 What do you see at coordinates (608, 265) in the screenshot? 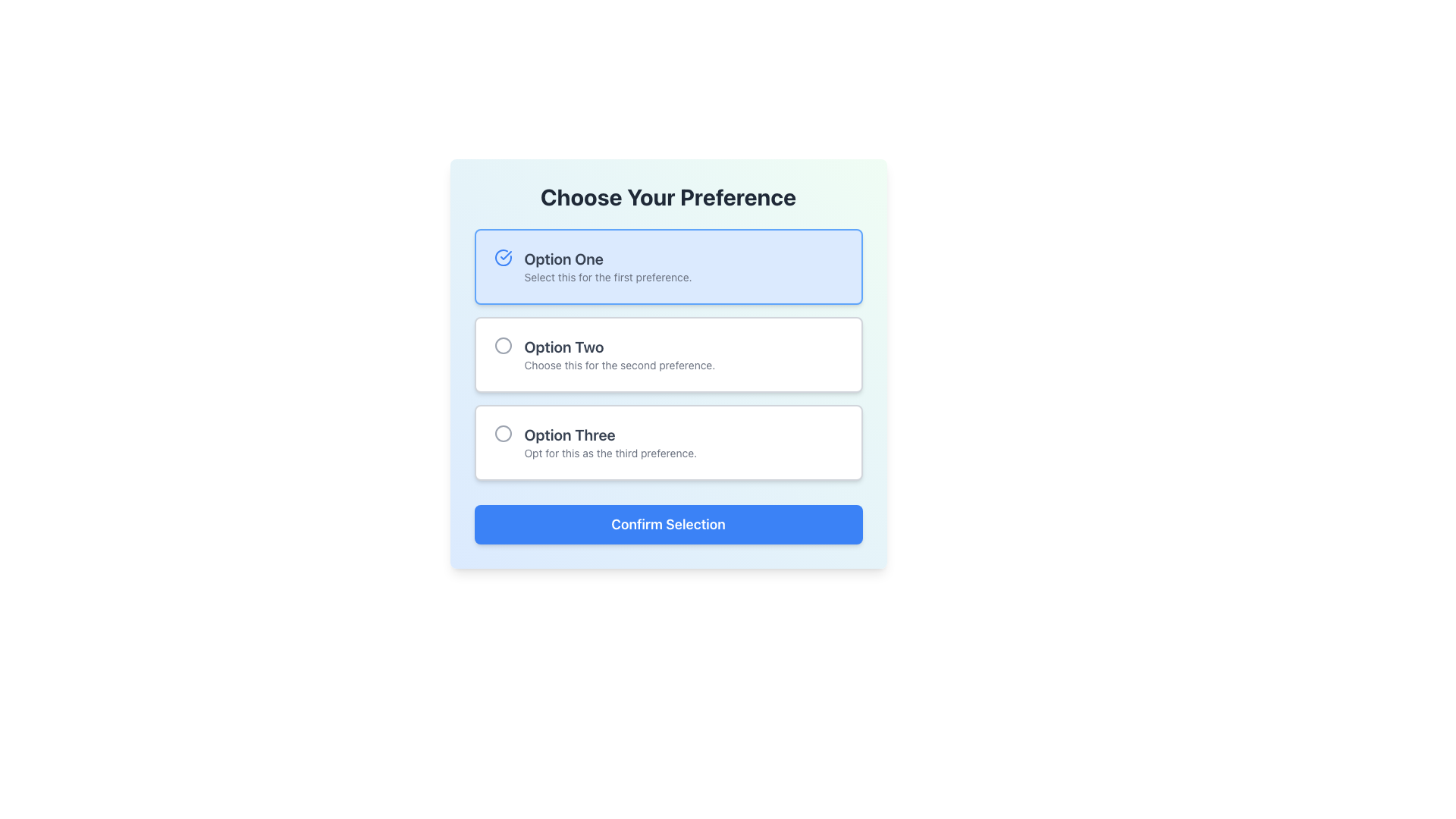
I see `text presentation containing the title 'Option One' and the subtitle 'Select this for the first preference.'` at bounding box center [608, 265].